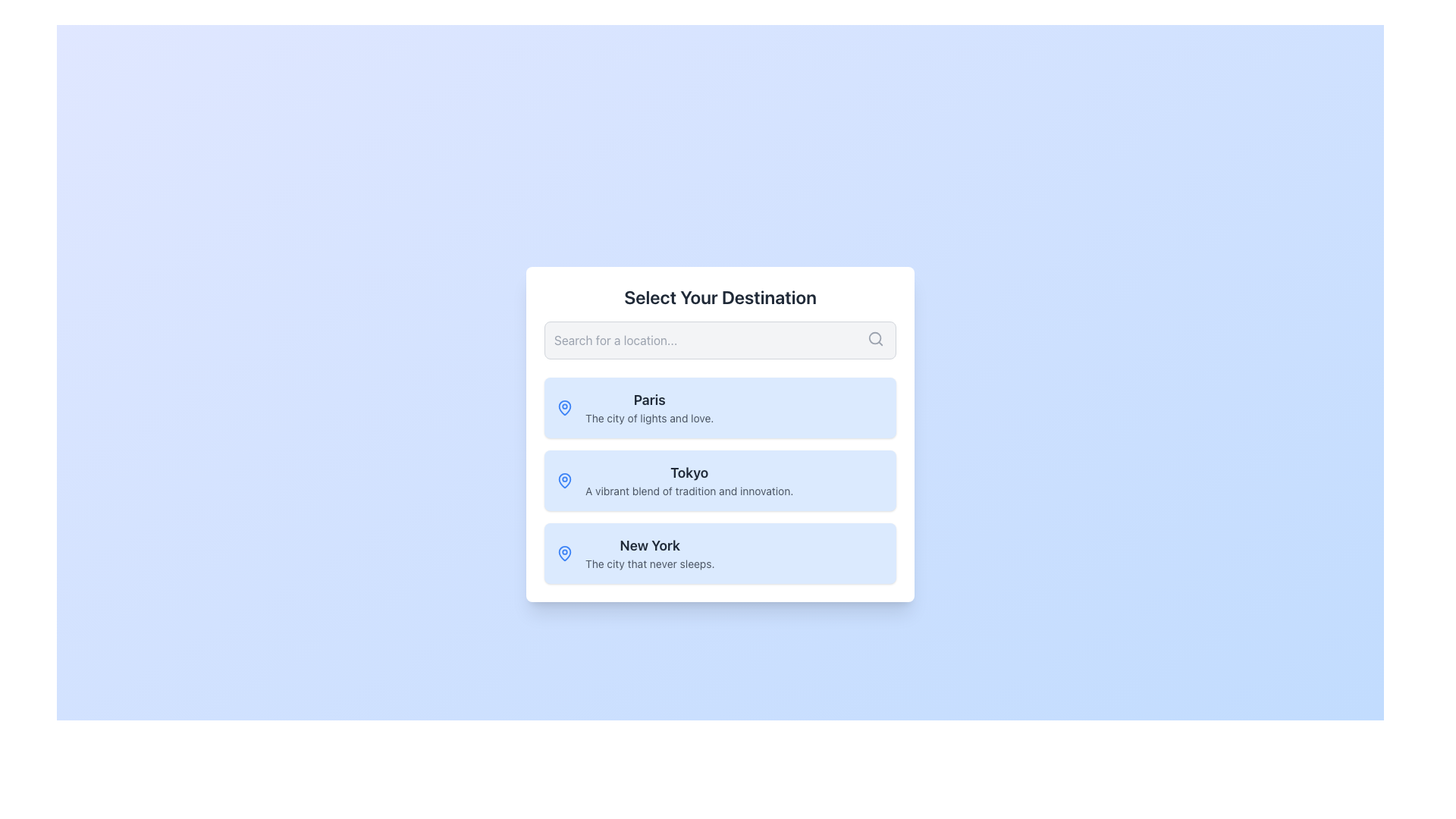 The width and height of the screenshot is (1456, 819). Describe the element at coordinates (649, 400) in the screenshot. I see `the bold, large-sized text label displaying the word 'Paris' which is the title of the section under 'Select Your Destination'` at that location.